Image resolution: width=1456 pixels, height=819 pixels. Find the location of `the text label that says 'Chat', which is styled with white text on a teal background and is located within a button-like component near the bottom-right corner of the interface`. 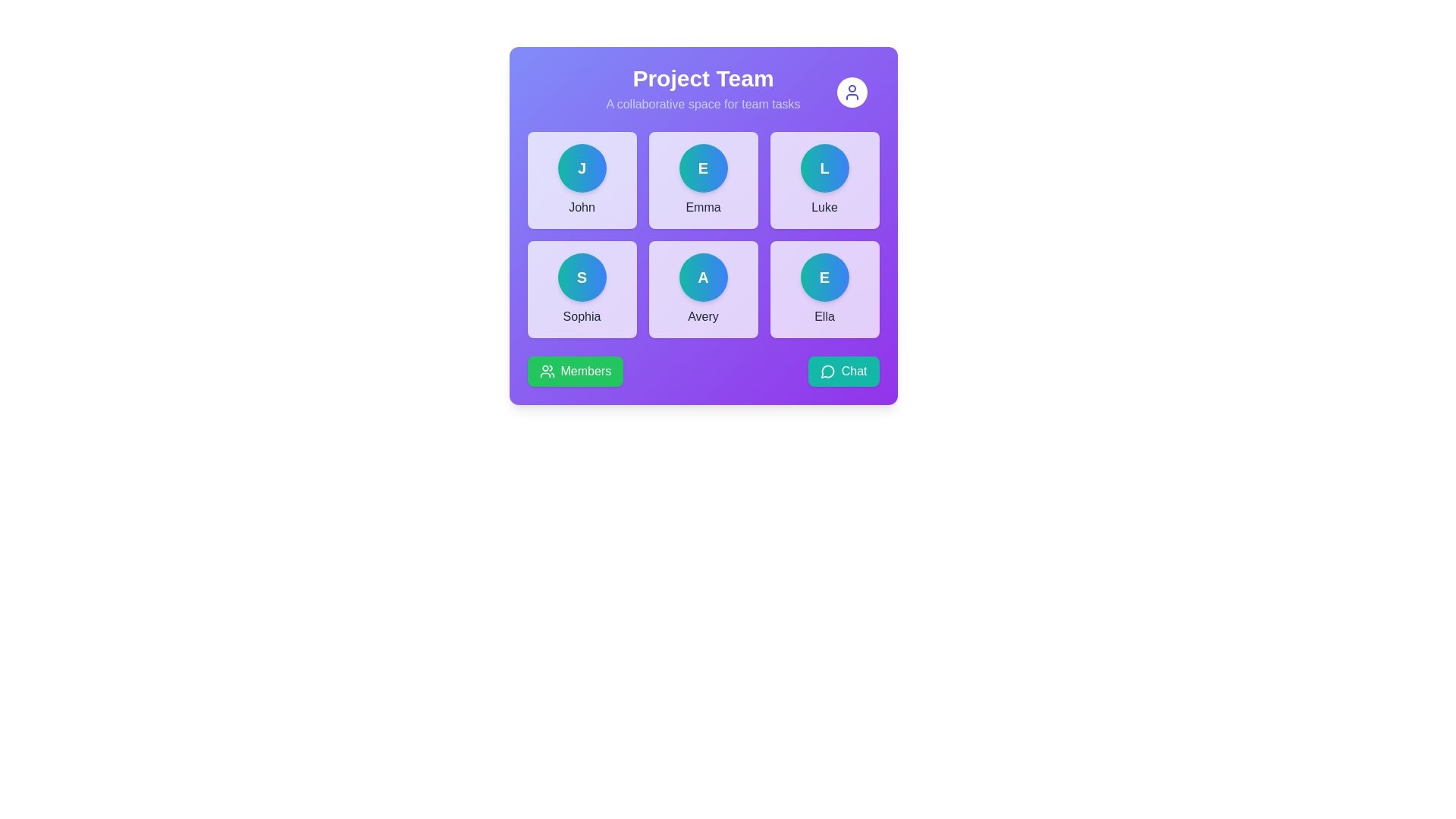

the text label that says 'Chat', which is styled with white text on a teal background and is located within a button-like component near the bottom-right corner of the interface is located at coordinates (854, 371).